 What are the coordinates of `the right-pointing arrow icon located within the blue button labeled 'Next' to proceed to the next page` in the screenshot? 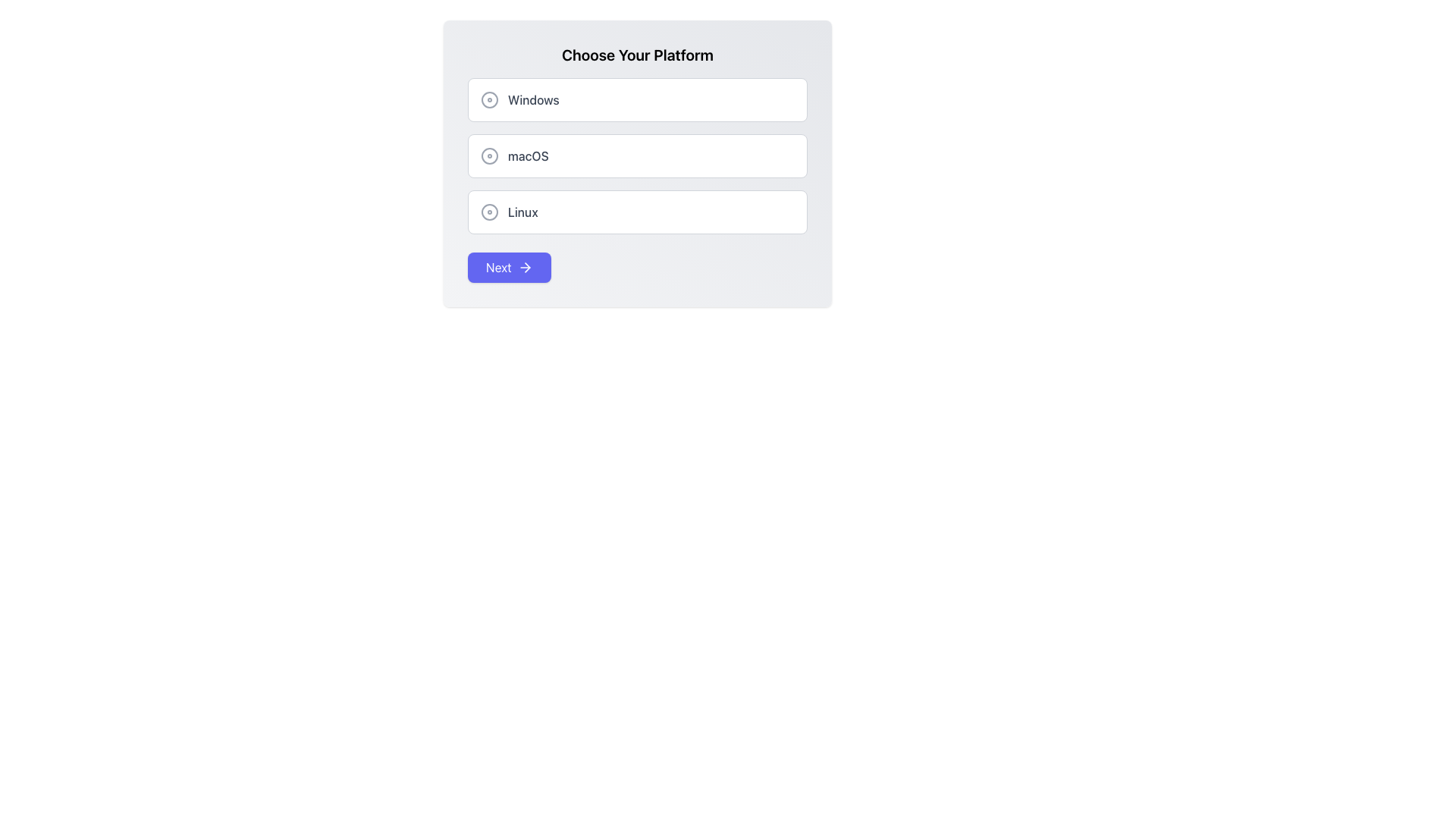 It's located at (525, 267).